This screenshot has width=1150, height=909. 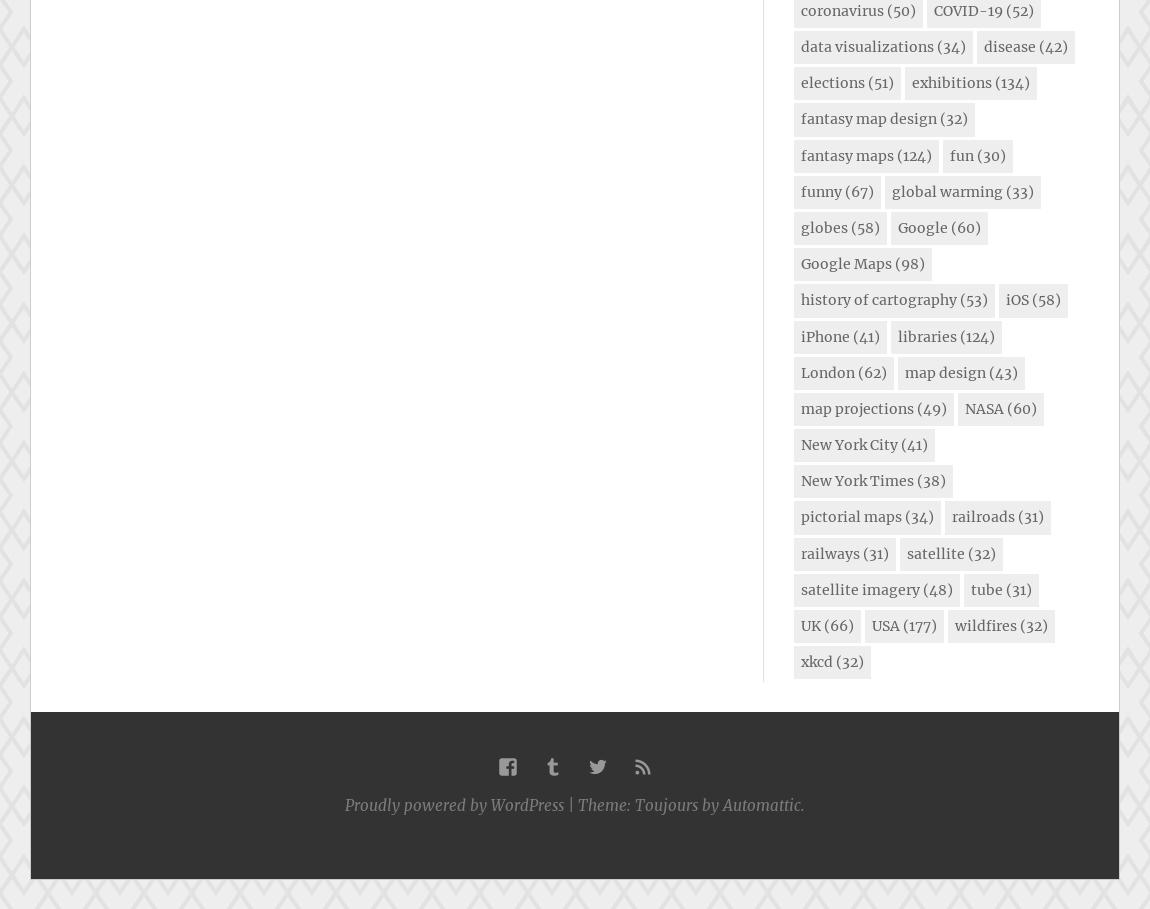 I want to click on '(52)', so click(x=1018, y=8).